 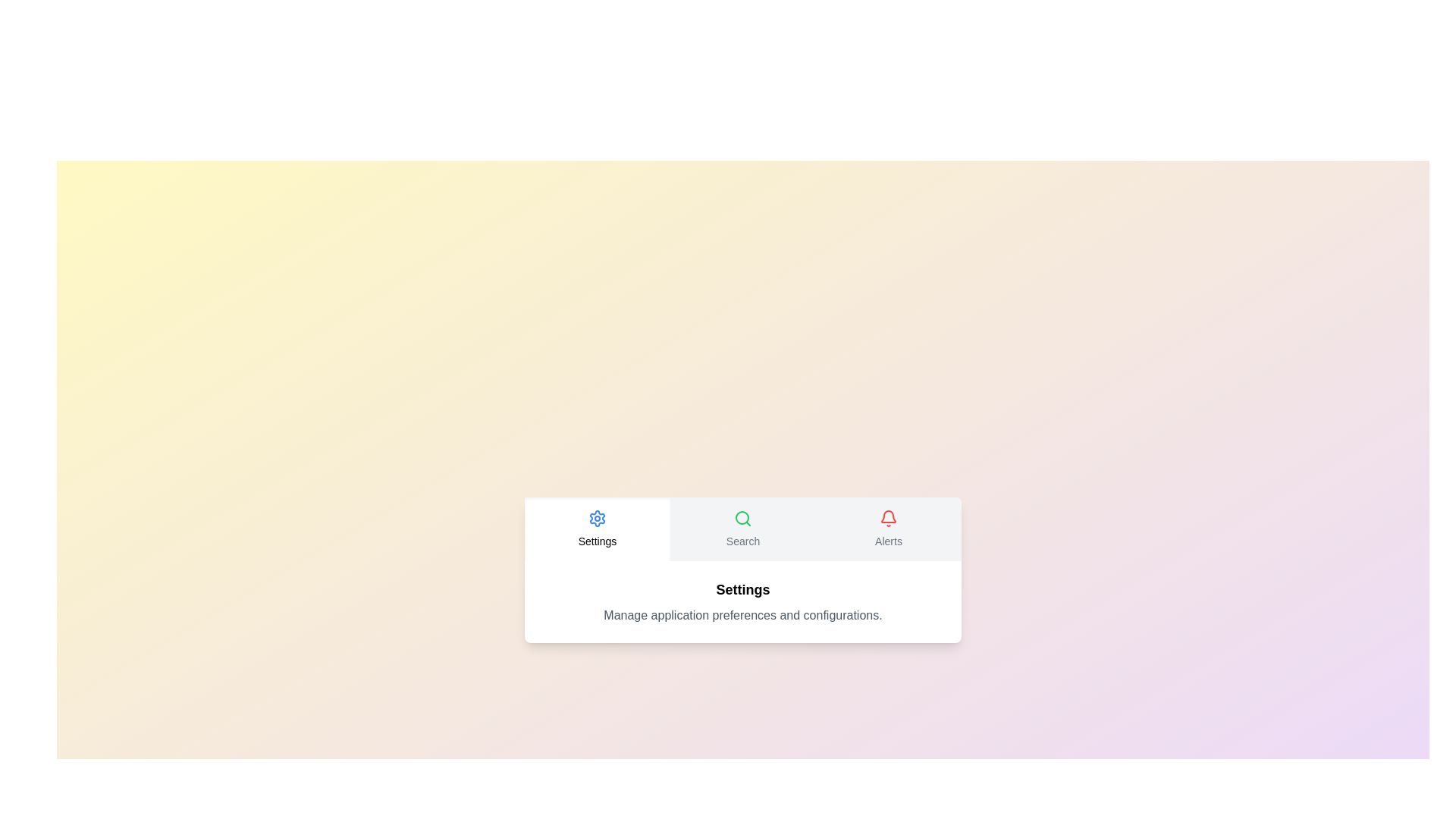 What do you see at coordinates (888, 529) in the screenshot?
I see `the tab labeled Alerts to change the active tab` at bounding box center [888, 529].